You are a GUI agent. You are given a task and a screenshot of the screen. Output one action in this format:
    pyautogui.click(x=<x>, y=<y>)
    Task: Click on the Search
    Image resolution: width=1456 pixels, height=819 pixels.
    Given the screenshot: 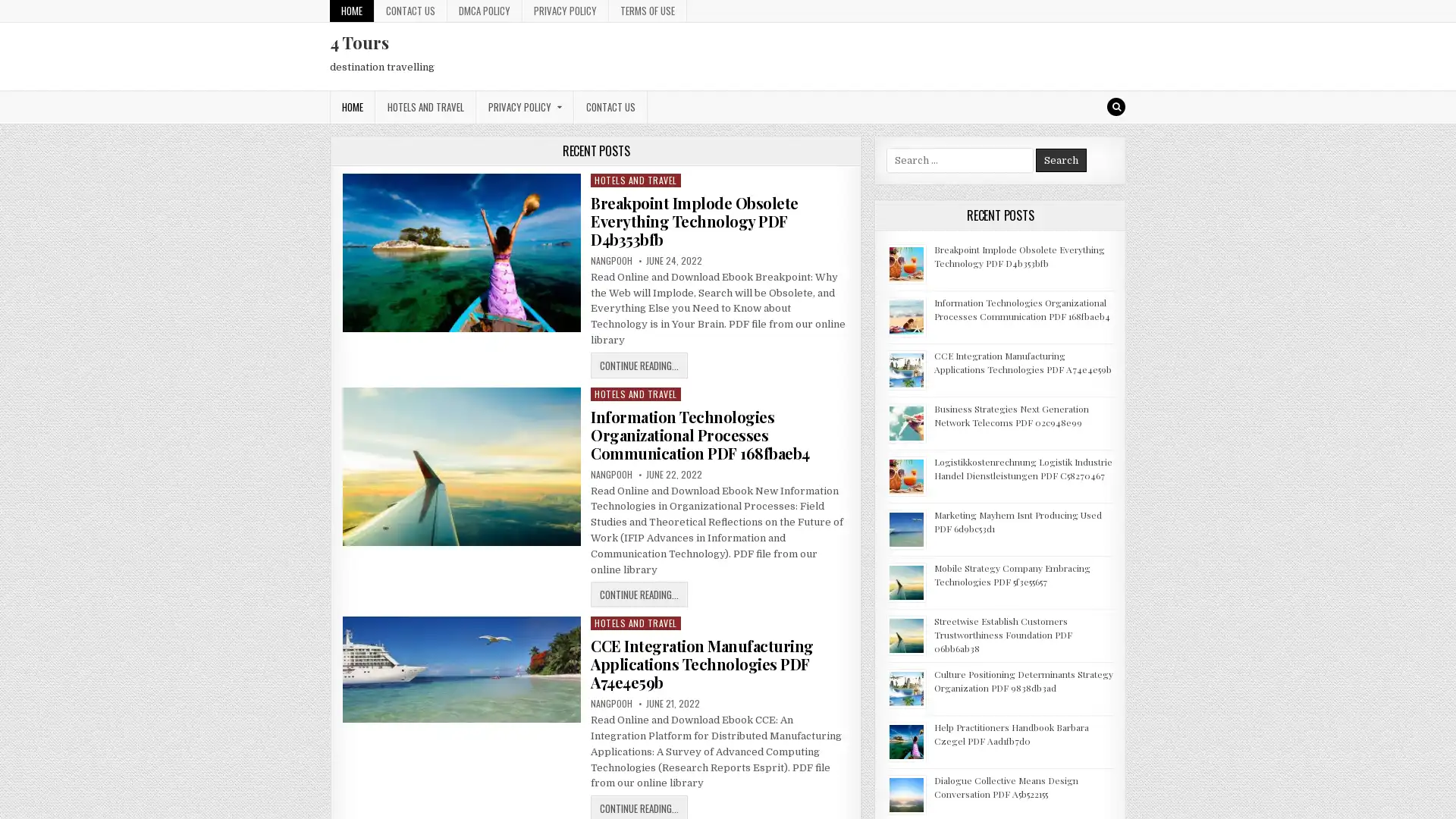 What is the action you would take?
    pyautogui.click(x=1060, y=160)
    